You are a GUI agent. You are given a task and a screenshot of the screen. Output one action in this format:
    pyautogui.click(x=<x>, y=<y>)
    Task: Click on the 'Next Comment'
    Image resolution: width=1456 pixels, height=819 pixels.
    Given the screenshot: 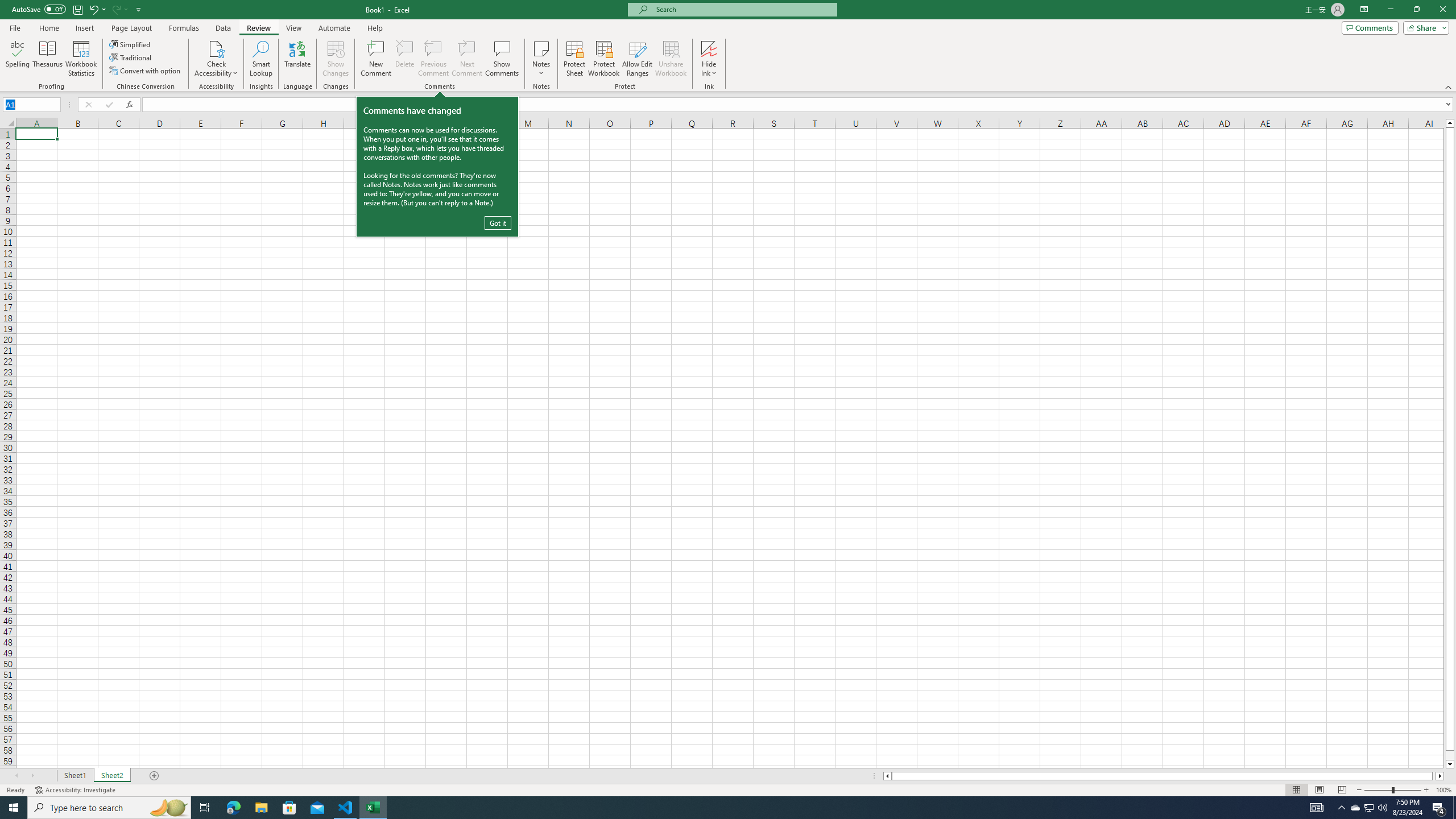 What is the action you would take?
    pyautogui.click(x=466, y=59)
    